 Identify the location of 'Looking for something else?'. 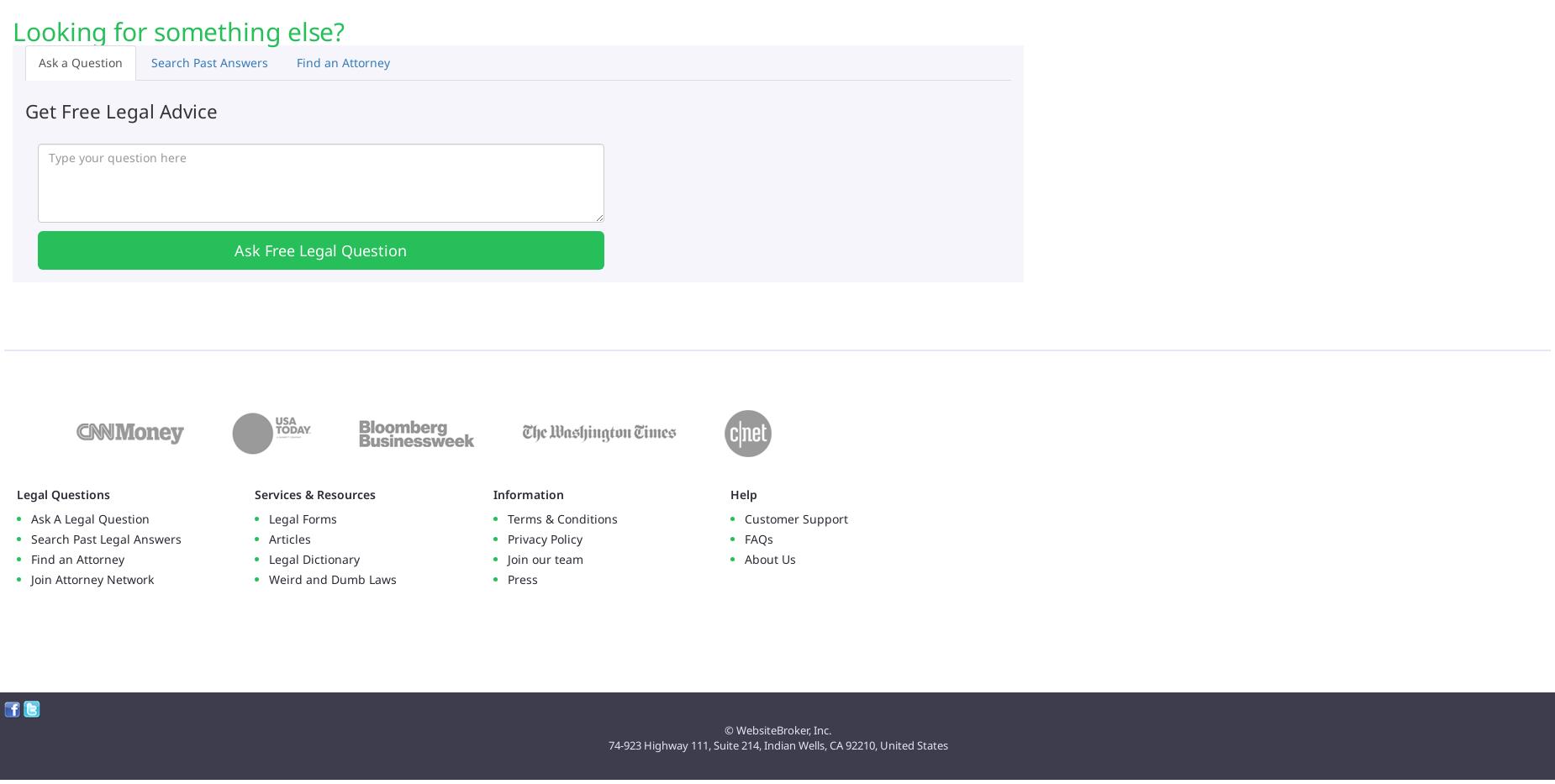
(177, 29).